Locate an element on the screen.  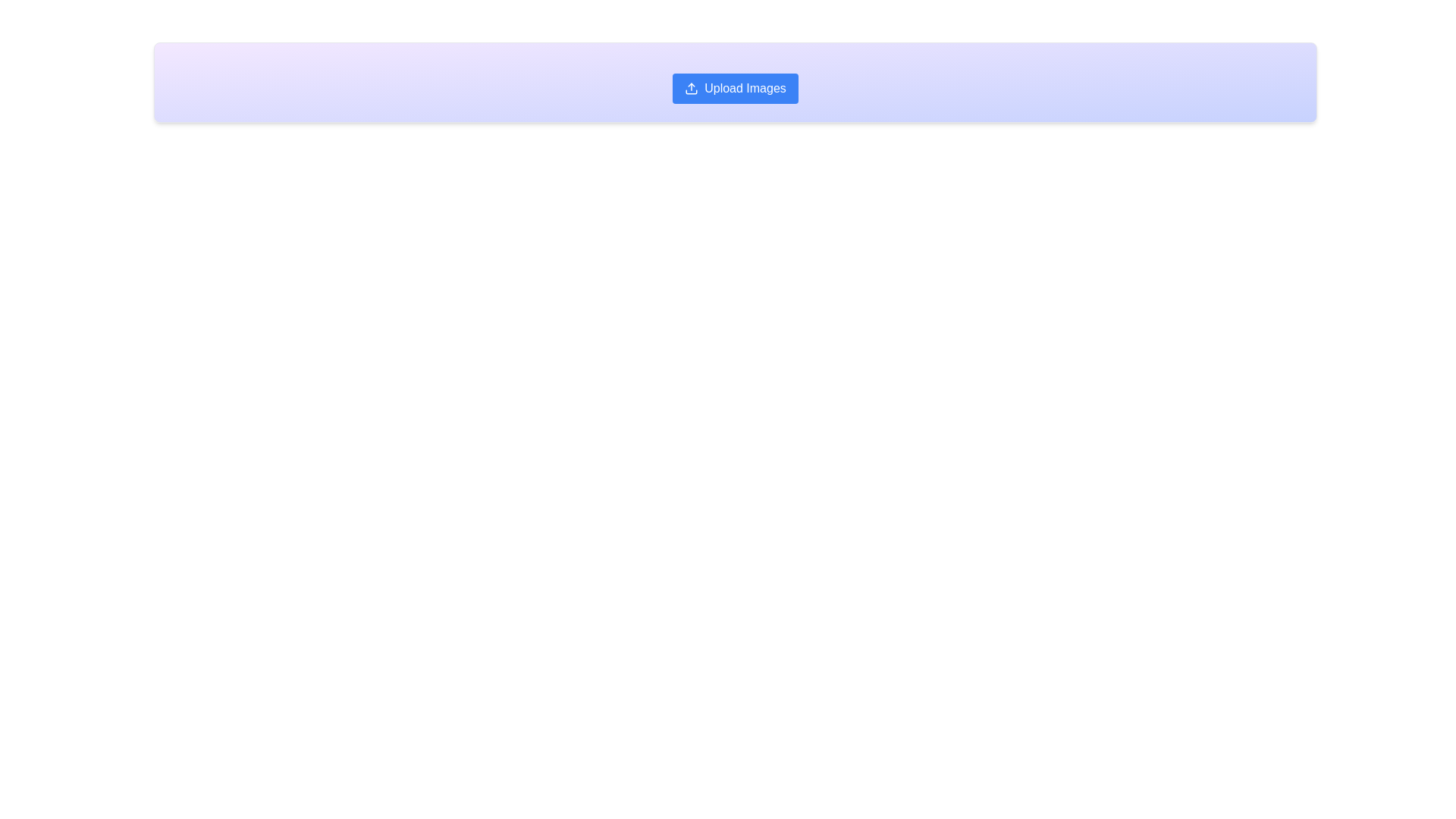
the 'Upload Images' button element for keyboard navigation is located at coordinates (735, 88).